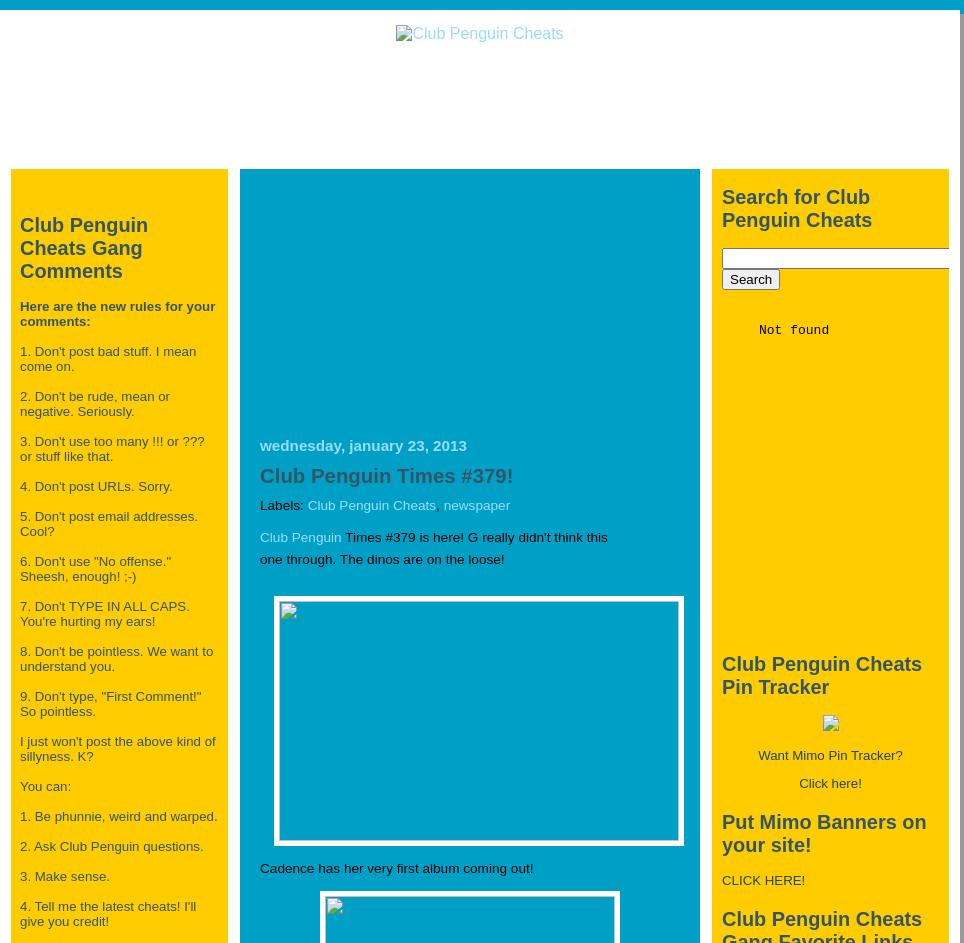 The height and width of the screenshot is (943, 964). What do you see at coordinates (386, 473) in the screenshot?
I see `'Club Penguin Times #379!'` at bounding box center [386, 473].